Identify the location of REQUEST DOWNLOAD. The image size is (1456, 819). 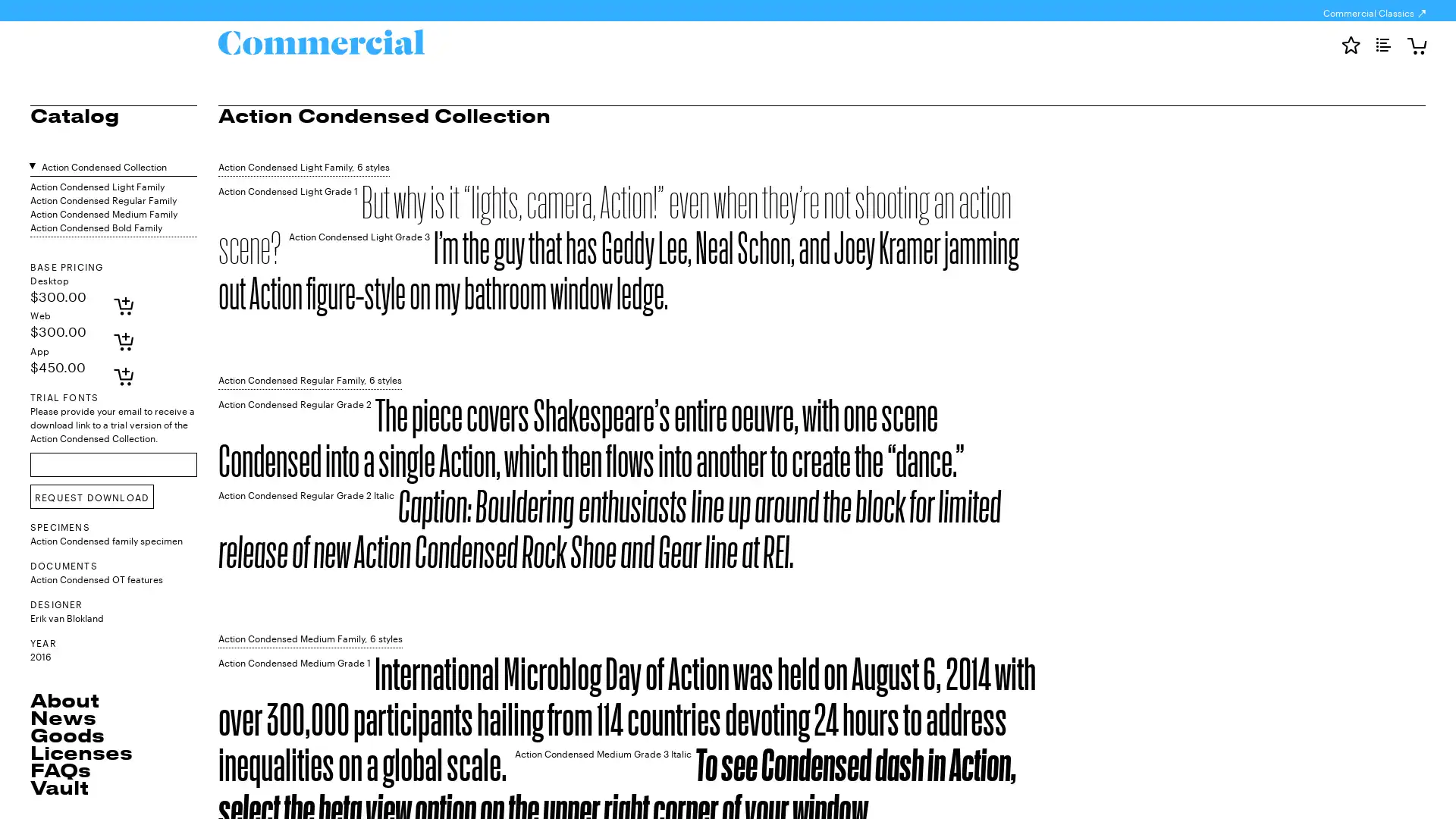
(91, 497).